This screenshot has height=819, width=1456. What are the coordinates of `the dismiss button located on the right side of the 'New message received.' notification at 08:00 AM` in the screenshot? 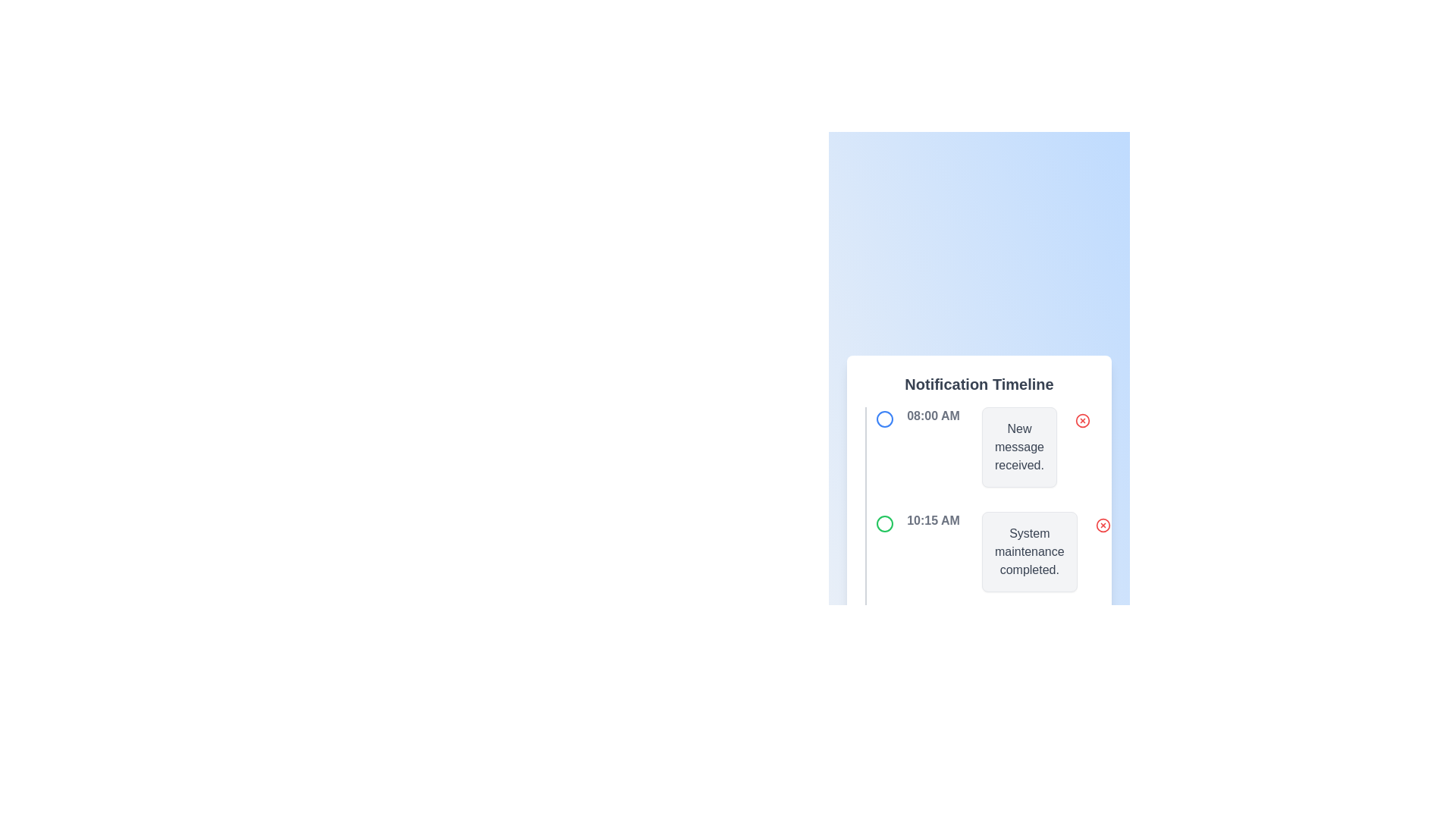 It's located at (1081, 421).